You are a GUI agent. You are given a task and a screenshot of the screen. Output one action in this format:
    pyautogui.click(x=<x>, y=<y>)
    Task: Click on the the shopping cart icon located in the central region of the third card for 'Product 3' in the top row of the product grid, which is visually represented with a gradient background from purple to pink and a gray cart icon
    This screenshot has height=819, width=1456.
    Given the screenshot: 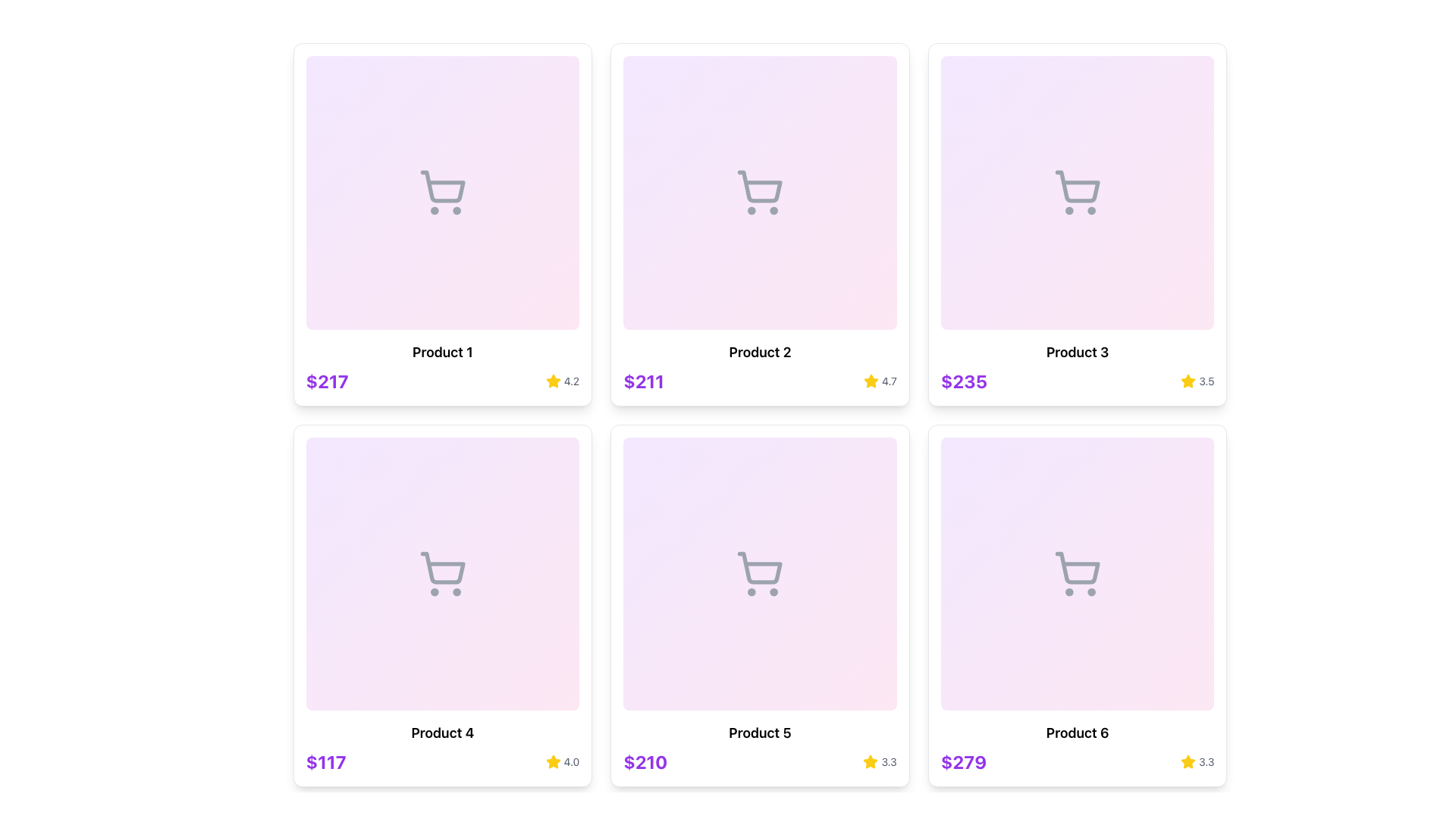 What is the action you would take?
    pyautogui.click(x=1077, y=192)
    